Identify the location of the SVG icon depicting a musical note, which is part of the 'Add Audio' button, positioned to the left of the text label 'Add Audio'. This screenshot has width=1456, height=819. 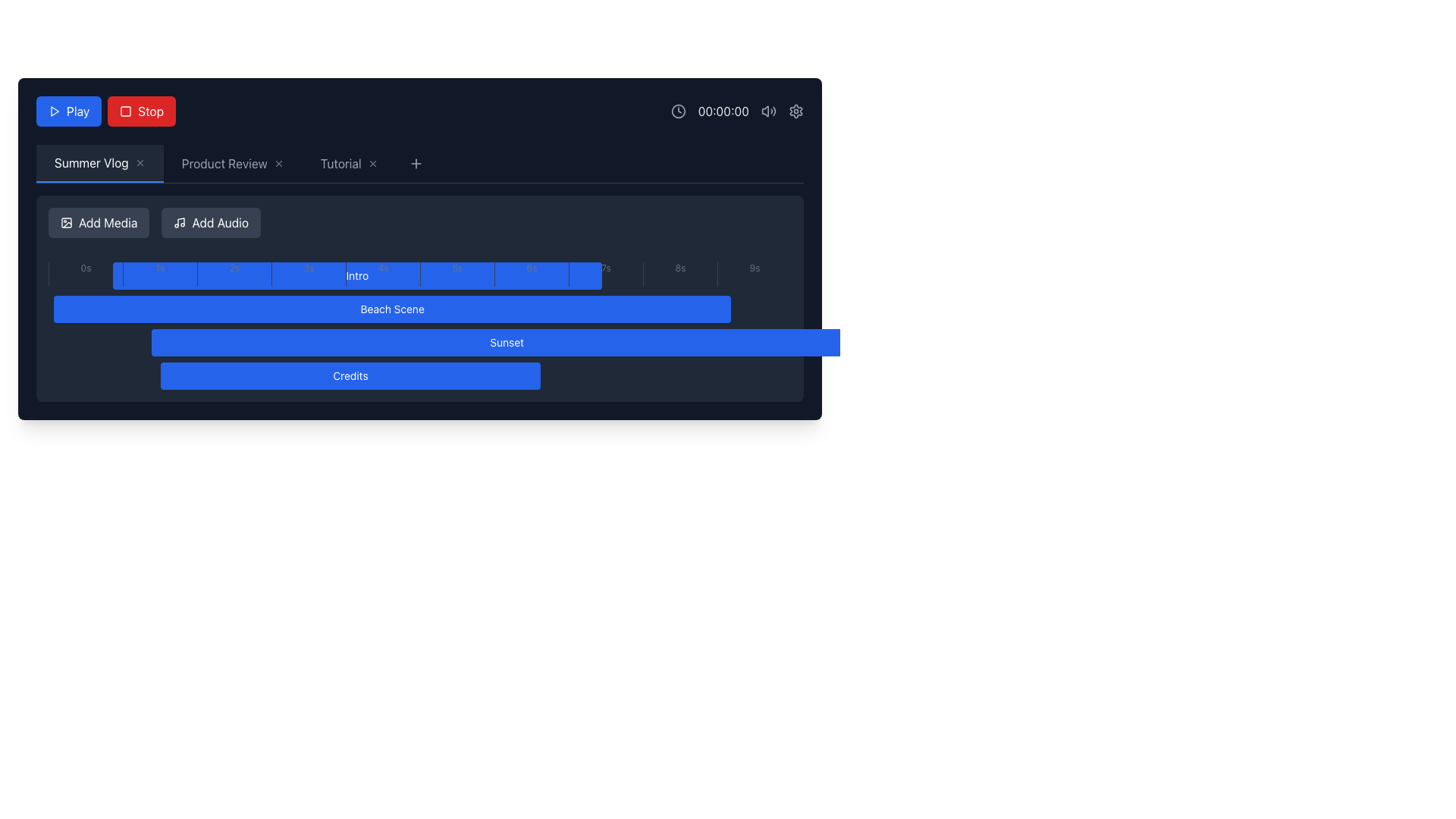
(180, 222).